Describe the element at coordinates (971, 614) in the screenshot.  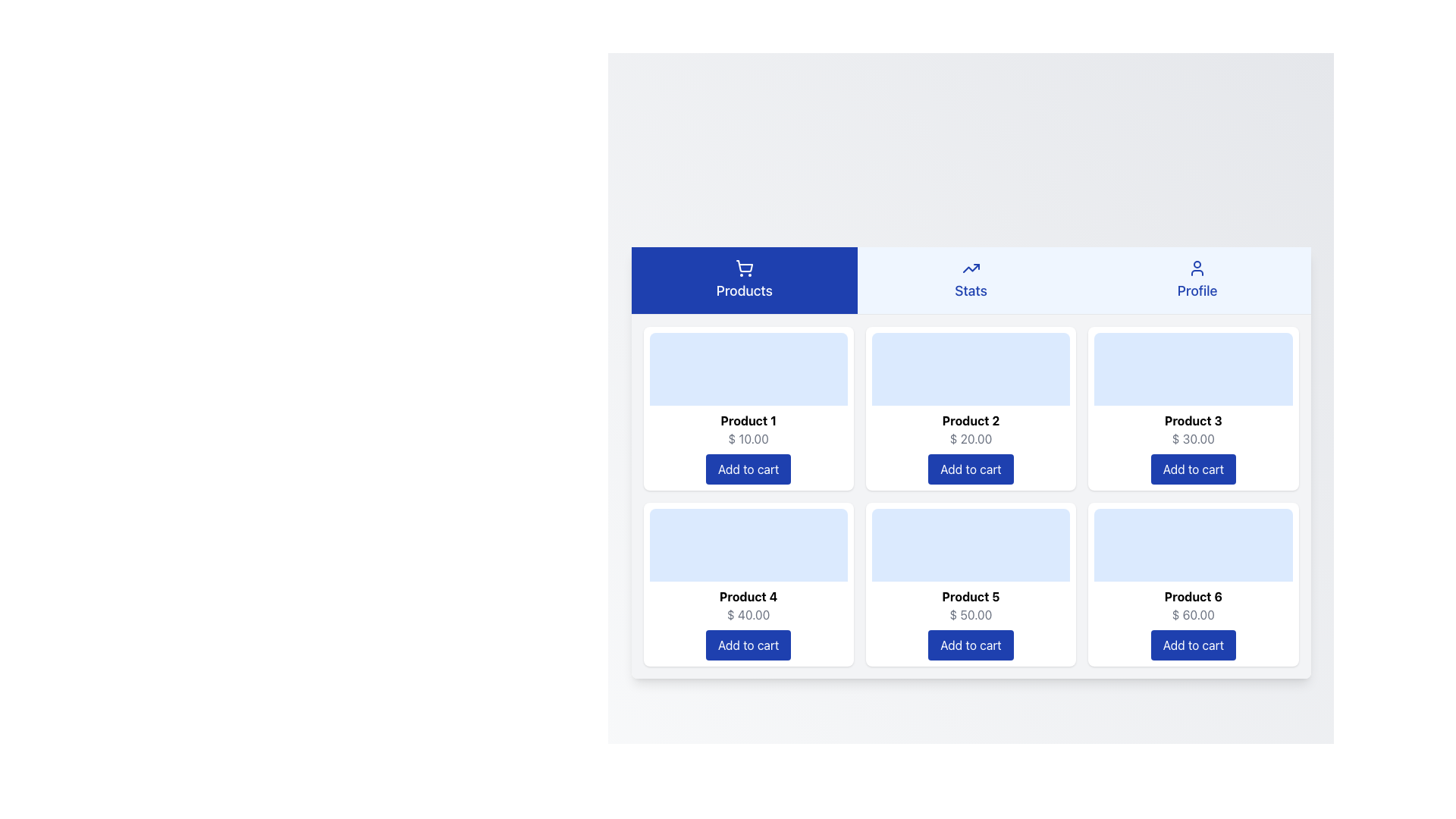
I see `the static text label displaying the price of 'Product 5', which is located in the bottom row and the second column of the product grid, positioned below the product title and above the 'Add to cart' button` at that location.